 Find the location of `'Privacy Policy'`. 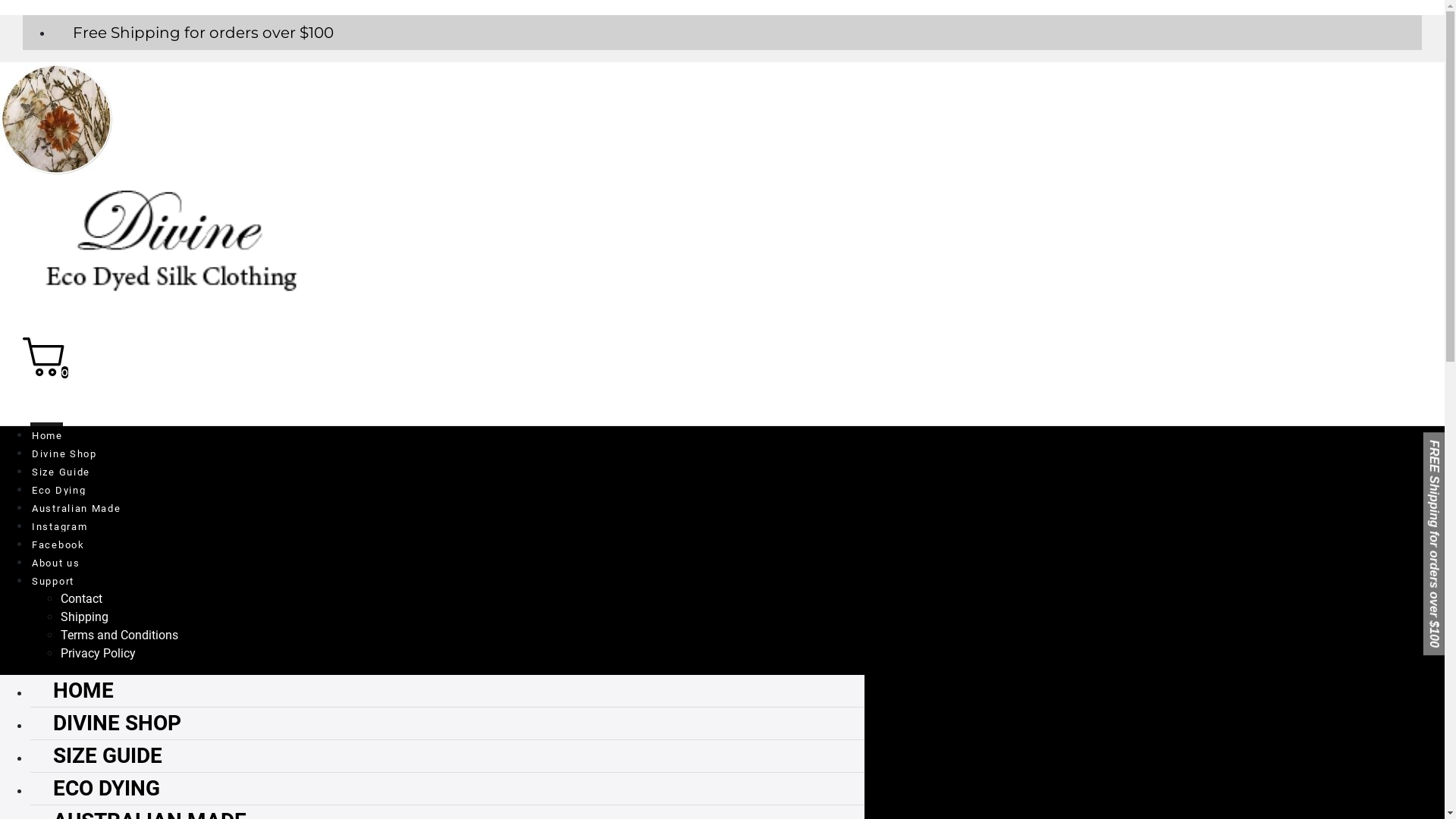

'Privacy Policy' is located at coordinates (97, 652).